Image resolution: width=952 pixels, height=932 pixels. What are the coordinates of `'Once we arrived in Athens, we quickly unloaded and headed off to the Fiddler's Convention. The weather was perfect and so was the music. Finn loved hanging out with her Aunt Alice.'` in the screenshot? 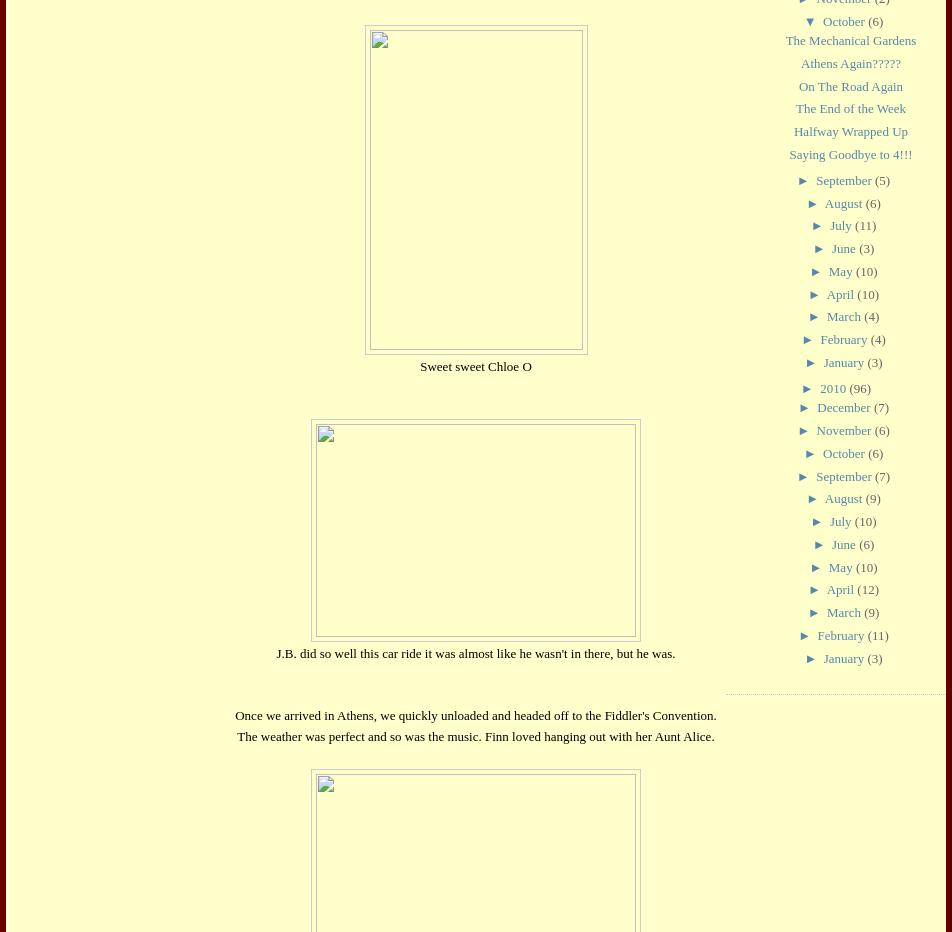 It's located at (475, 725).